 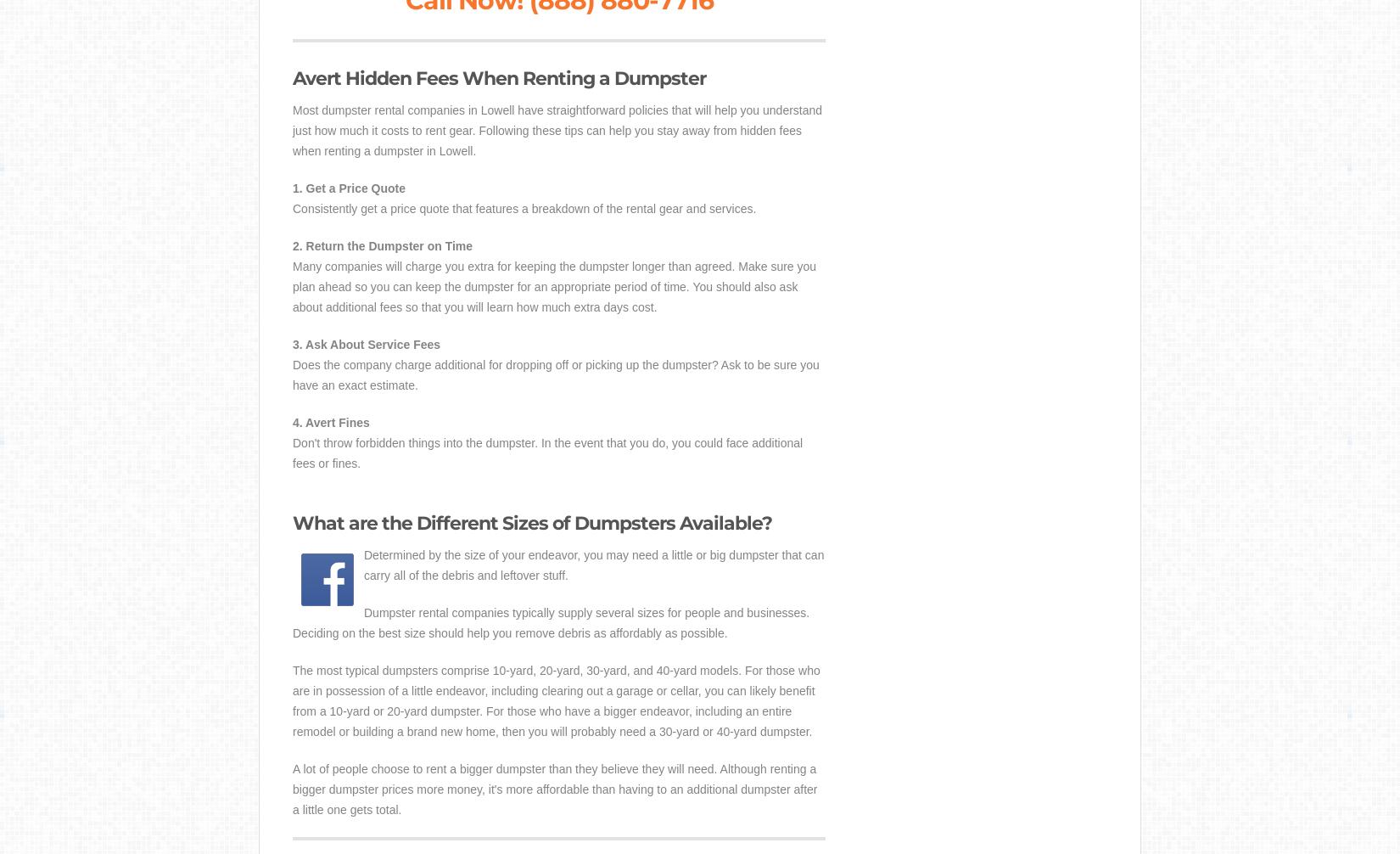 I want to click on '2. Return the Dumpster on Time', so click(x=381, y=245).